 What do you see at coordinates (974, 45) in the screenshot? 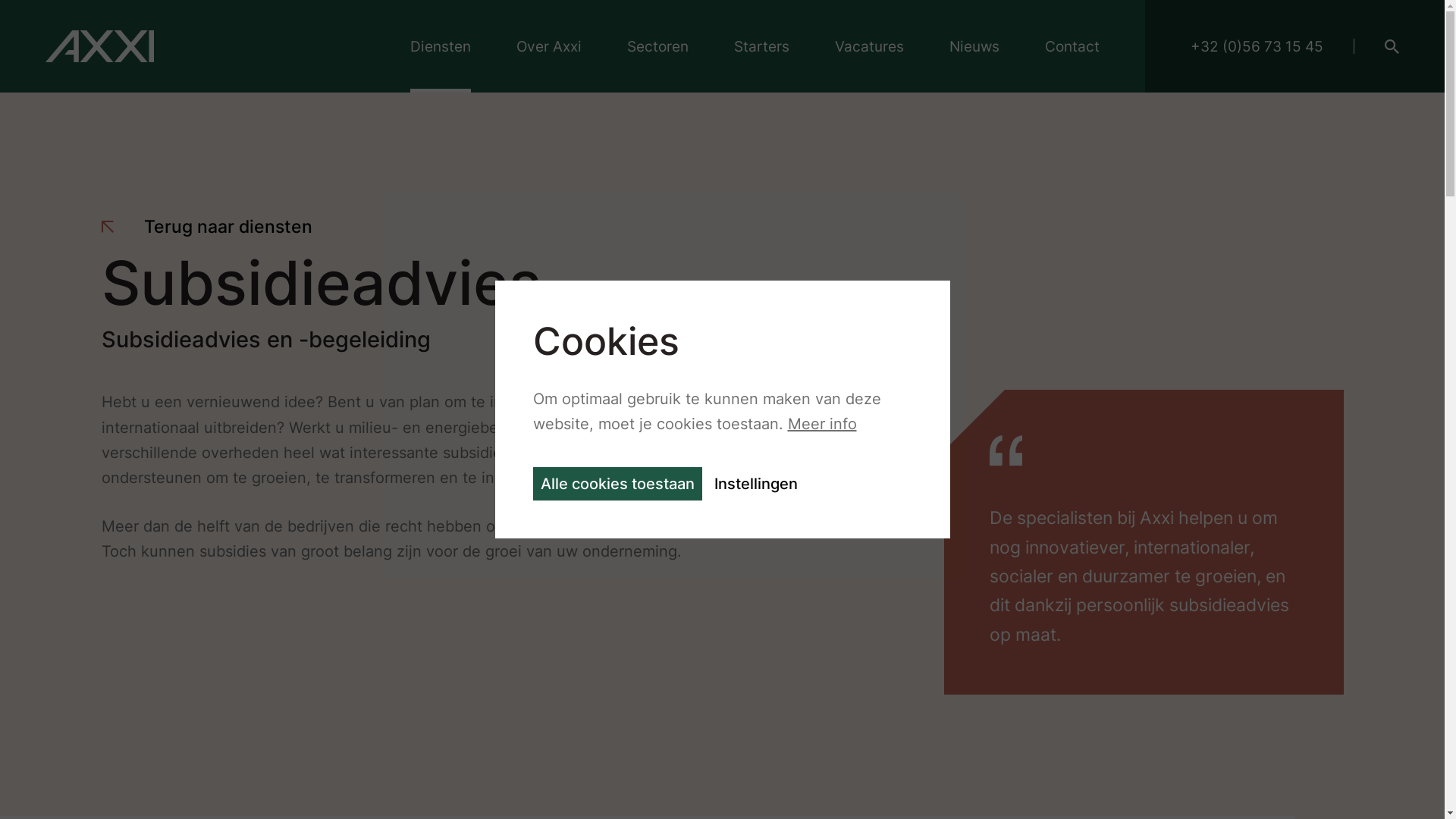
I see `'Nieuws'` at bounding box center [974, 45].